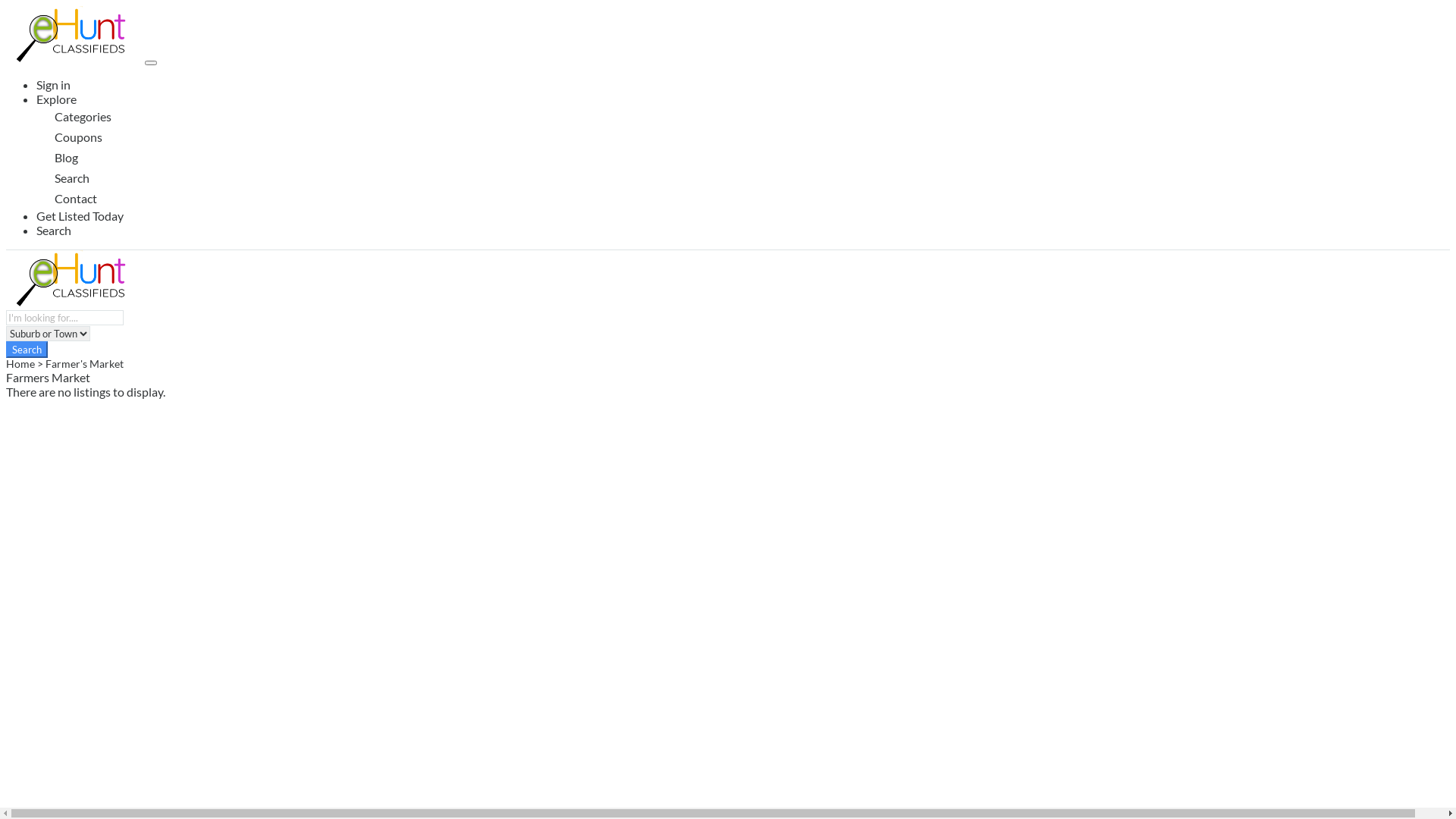 This screenshot has width=1456, height=819. I want to click on 'Search', so click(54, 230).